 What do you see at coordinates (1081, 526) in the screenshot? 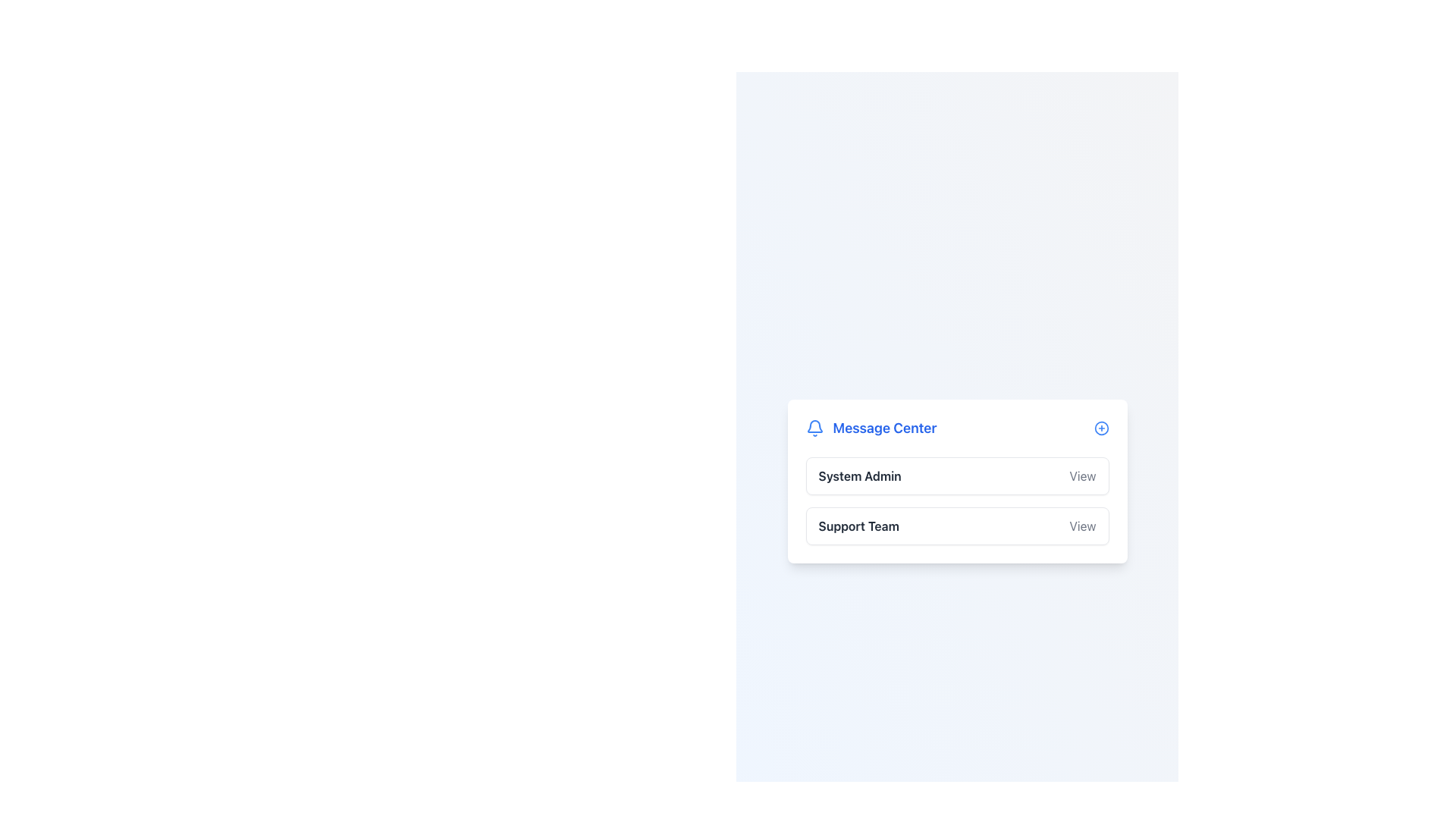
I see `the 'View' button located to the right of the 'Support Team' text in the Message Center header` at bounding box center [1081, 526].